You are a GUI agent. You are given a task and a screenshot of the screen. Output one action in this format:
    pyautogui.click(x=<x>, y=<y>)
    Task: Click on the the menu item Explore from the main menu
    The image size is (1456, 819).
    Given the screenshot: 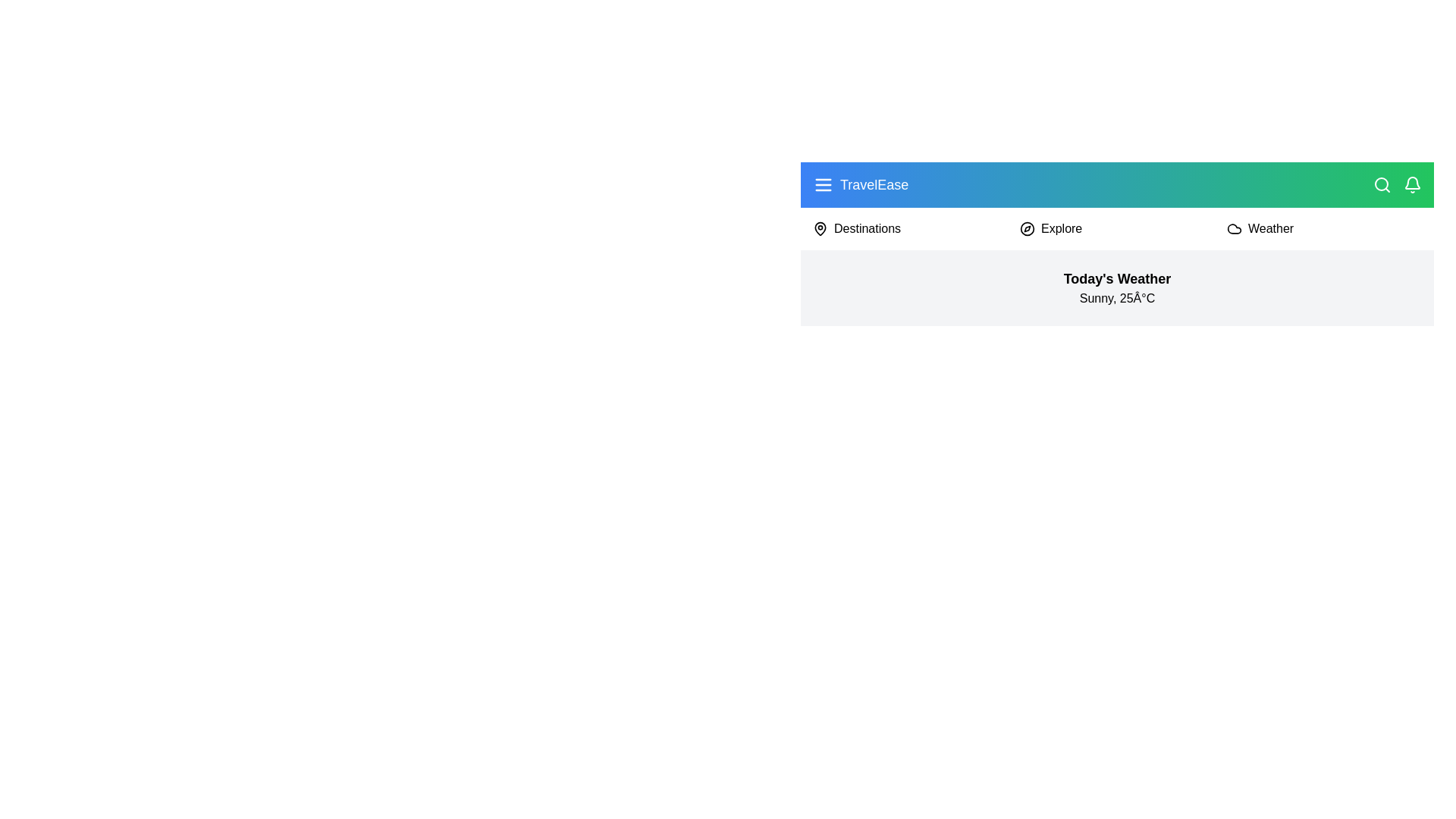 What is the action you would take?
    pyautogui.click(x=1061, y=228)
    